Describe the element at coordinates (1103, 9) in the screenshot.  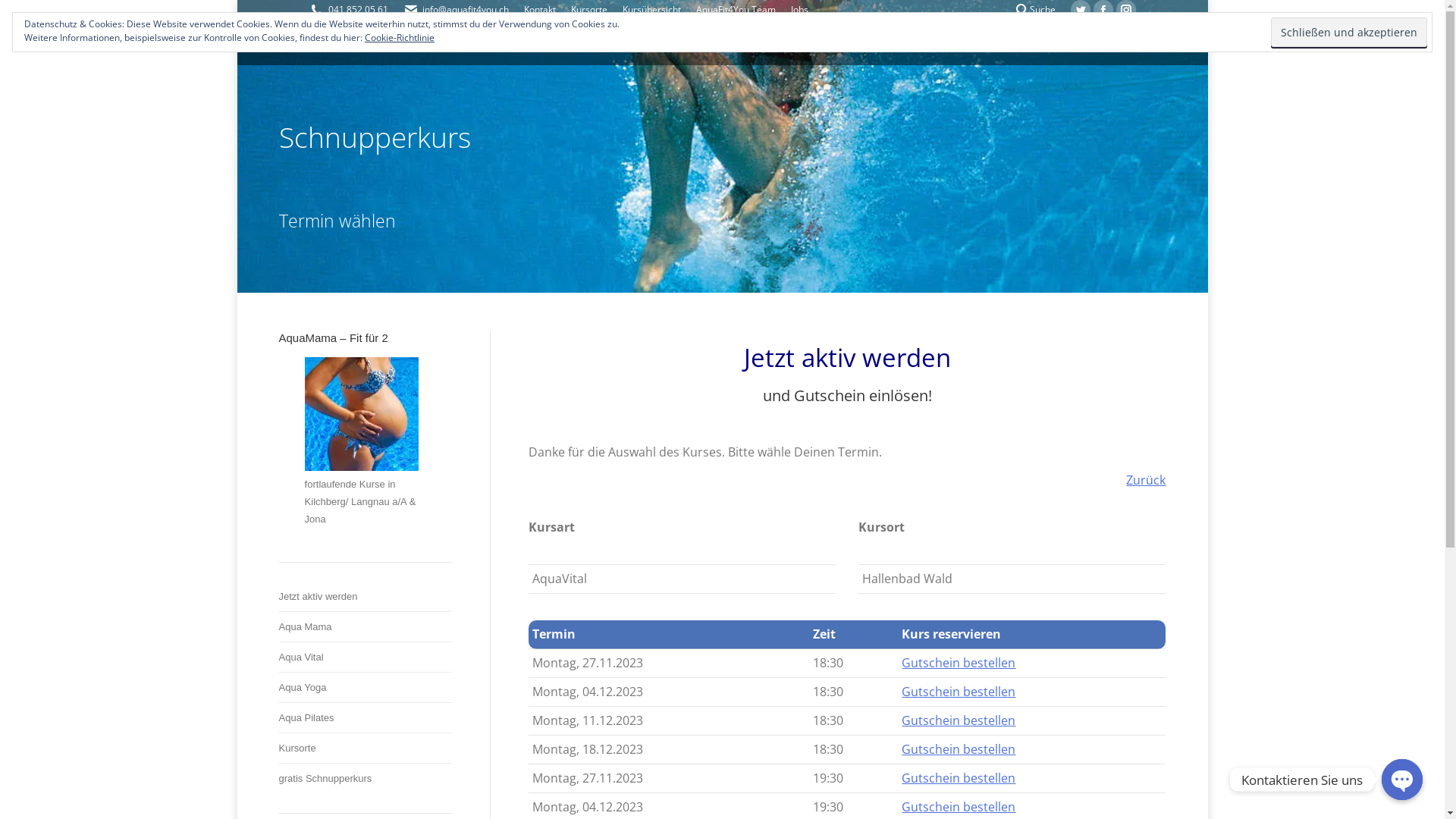
I see `'Facebook page opens in new window'` at that location.